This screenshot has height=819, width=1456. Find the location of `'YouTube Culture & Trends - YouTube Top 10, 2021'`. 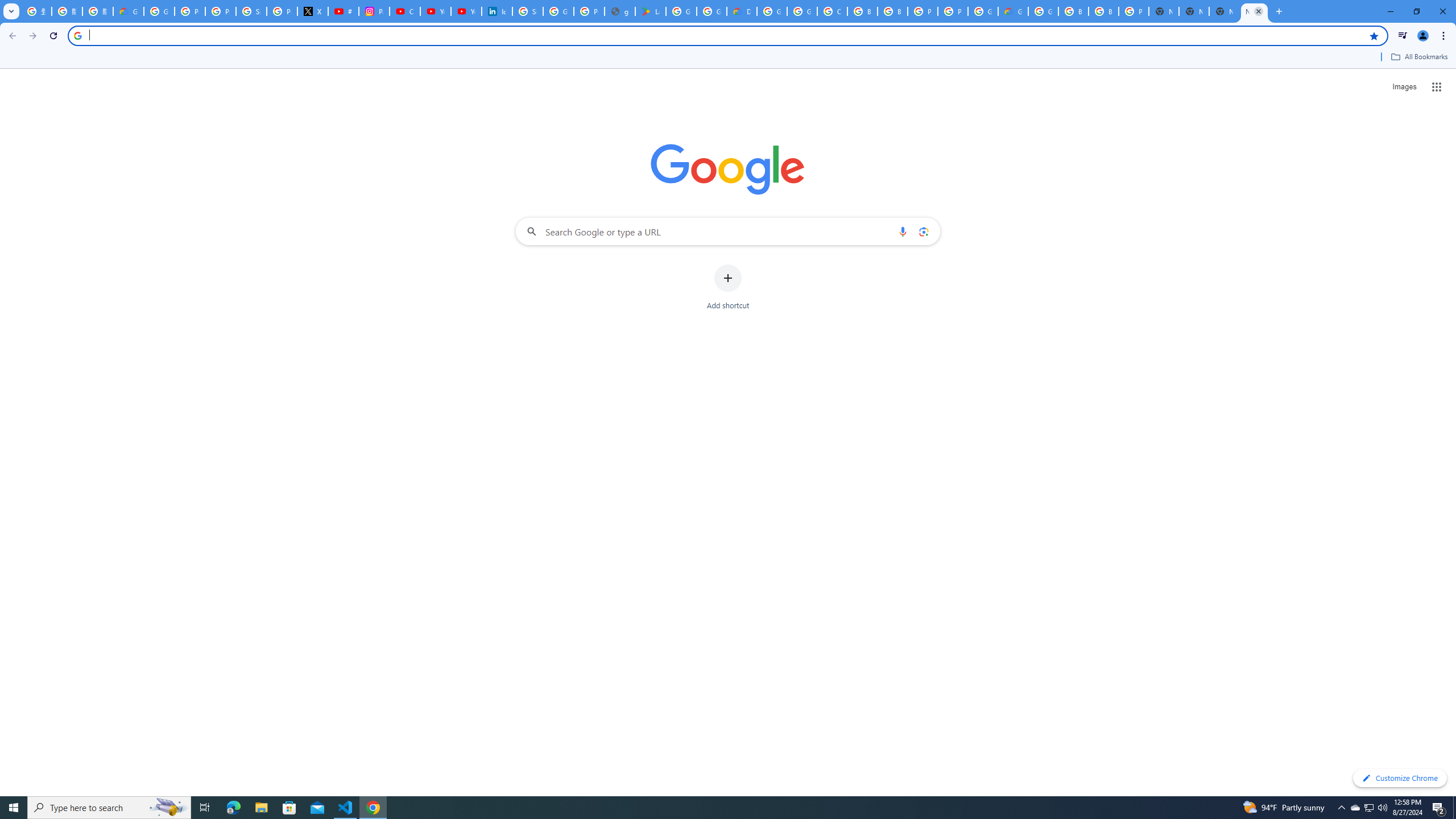

'YouTube Culture & Trends - YouTube Top 10, 2021' is located at coordinates (466, 11).